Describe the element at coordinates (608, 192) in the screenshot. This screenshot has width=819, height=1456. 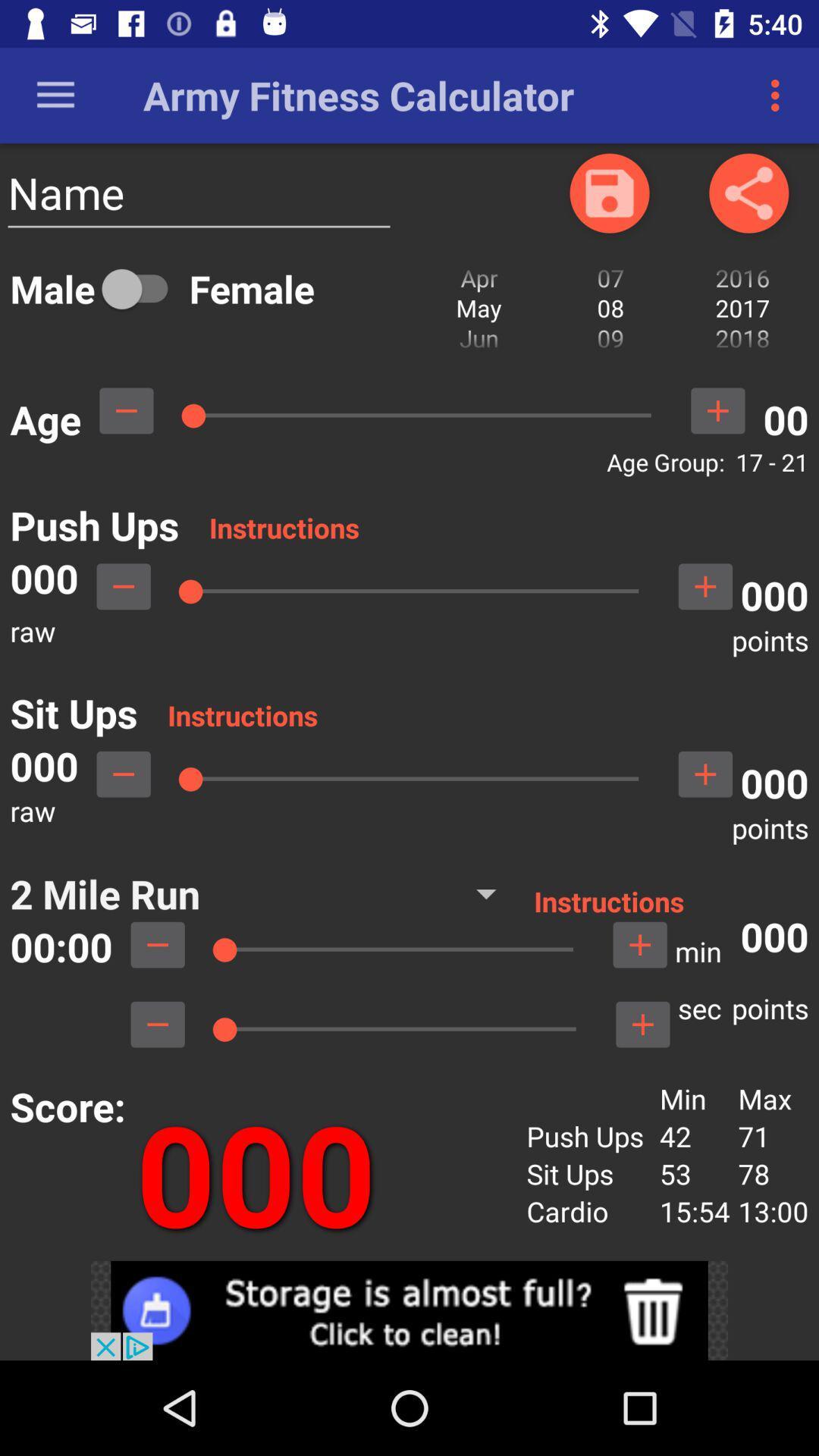
I see `backup data` at that location.